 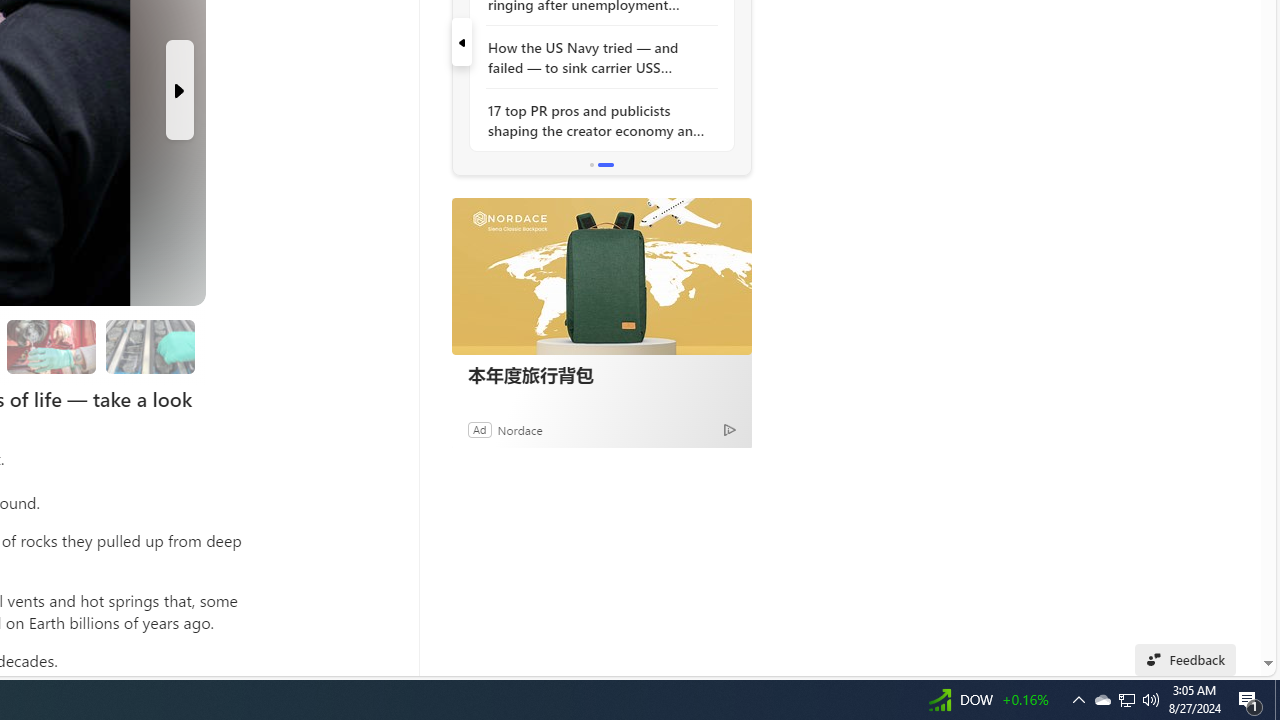 What do you see at coordinates (149, 346) in the screenshot?
I see `'Researchers are still studying the samples'` at bounding box center [149, 346].